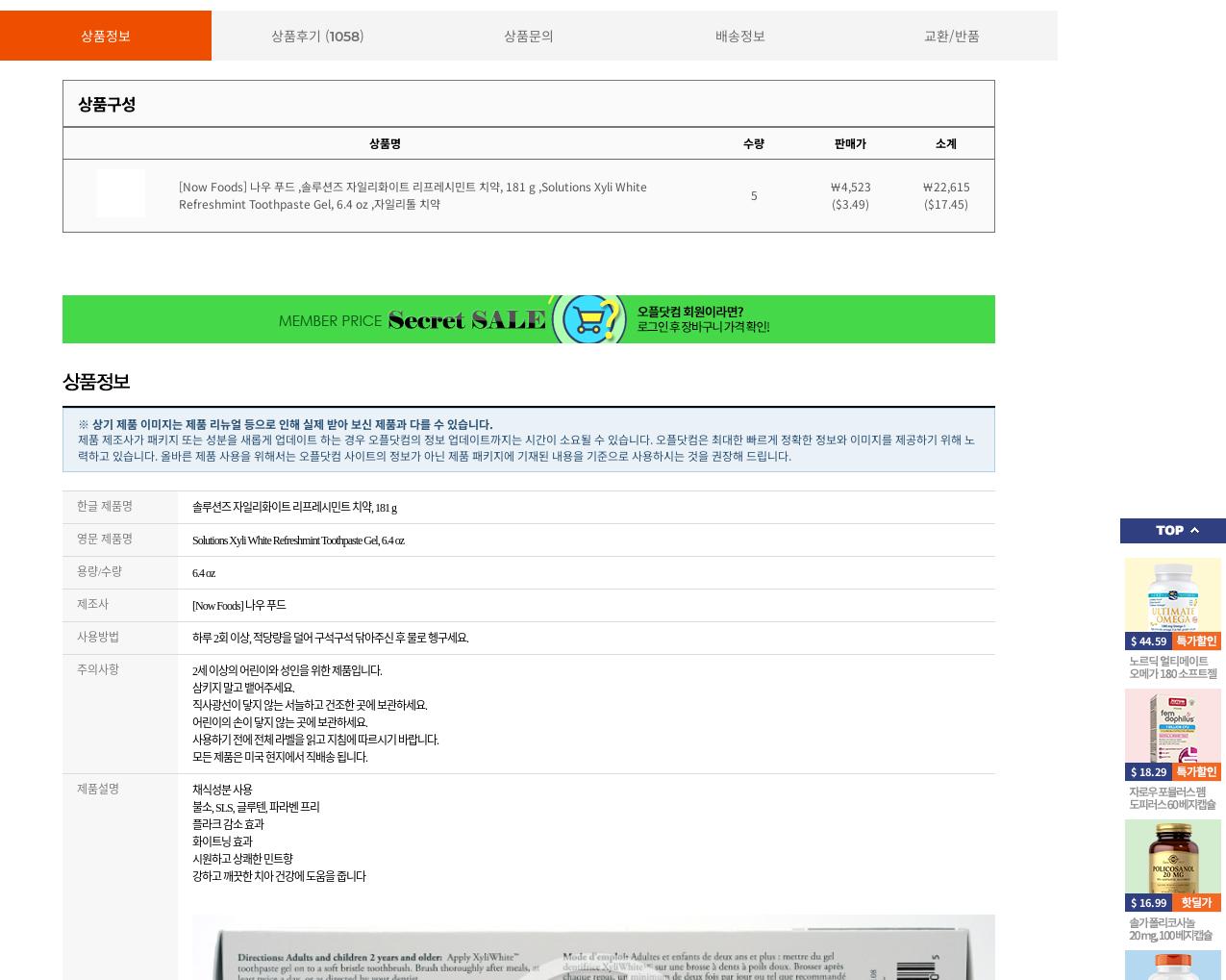 Image resolution: width=1226 pixels, height=980 pixels. What do you see at coordinates (299, 34) in the screenshot?
I see `'상품후기 ('` at bounding box center [299, 34].